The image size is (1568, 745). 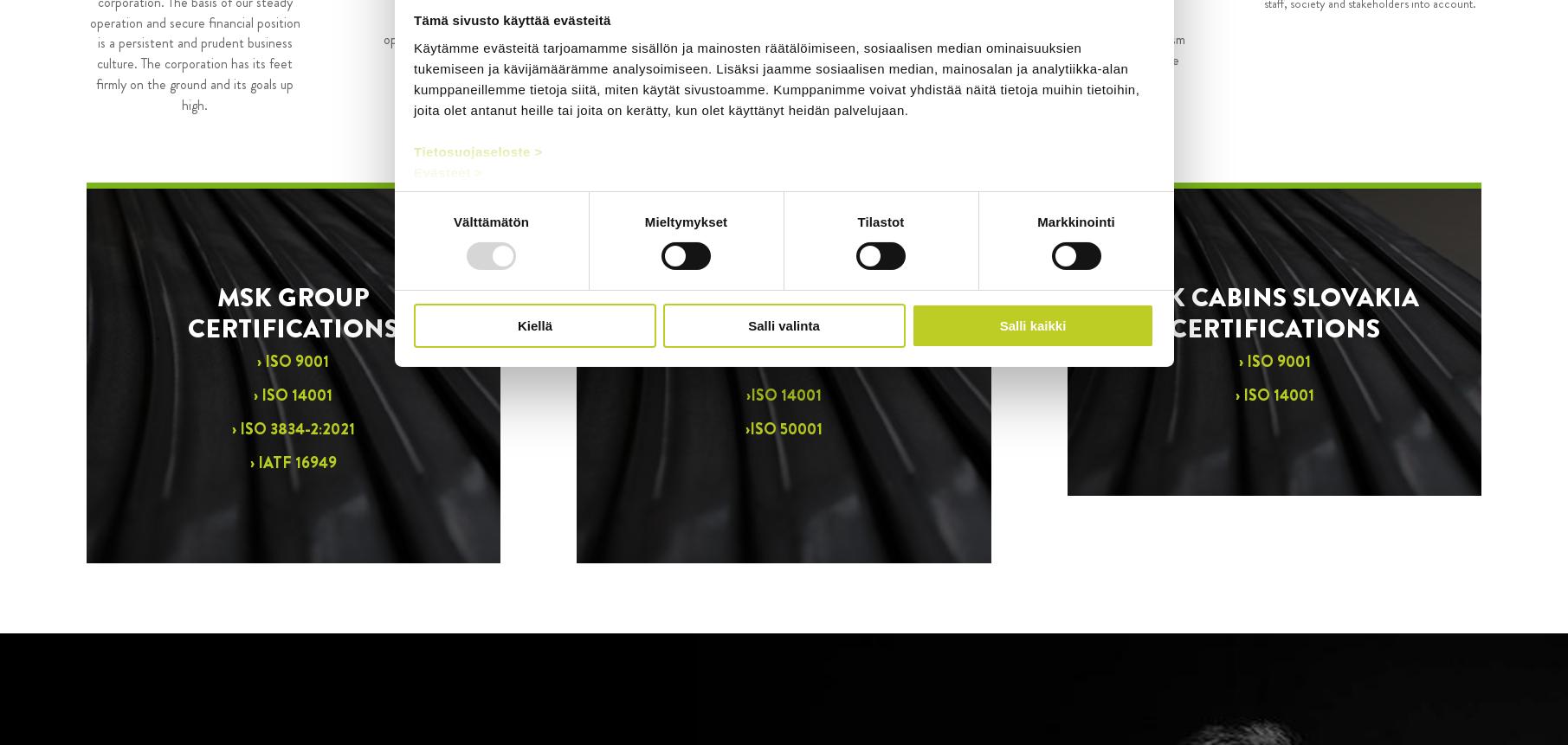 What do you see at coordinates (413, 20) in the screenshot?
I see `'Tämä sivusto käyttää evästeitä'` at bounding box center [413, 20].